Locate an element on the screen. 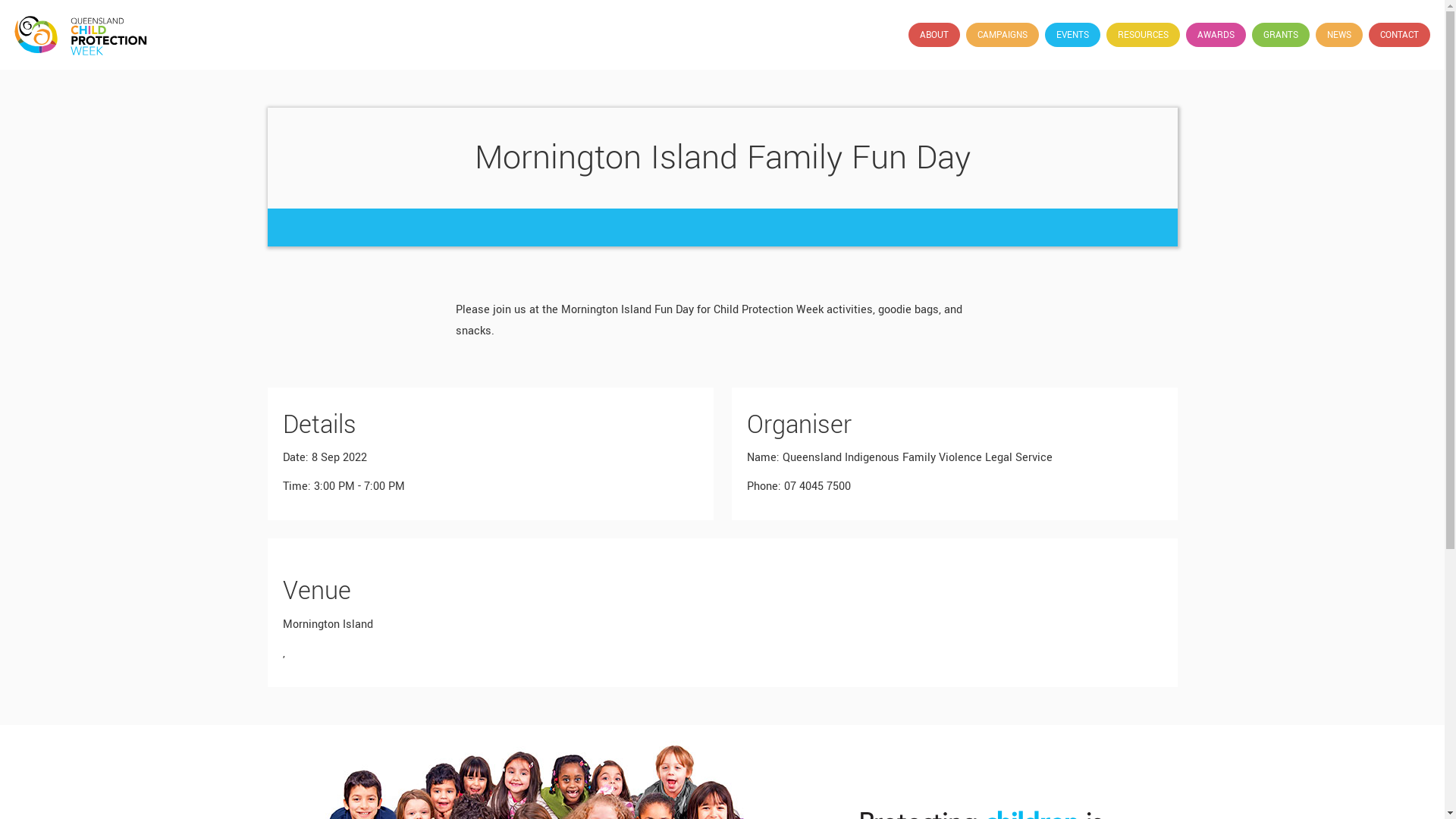 The width and height of the screenshot is (1456, 819). 'CAMPAIGNS' is located at coordinates (1002, 34).